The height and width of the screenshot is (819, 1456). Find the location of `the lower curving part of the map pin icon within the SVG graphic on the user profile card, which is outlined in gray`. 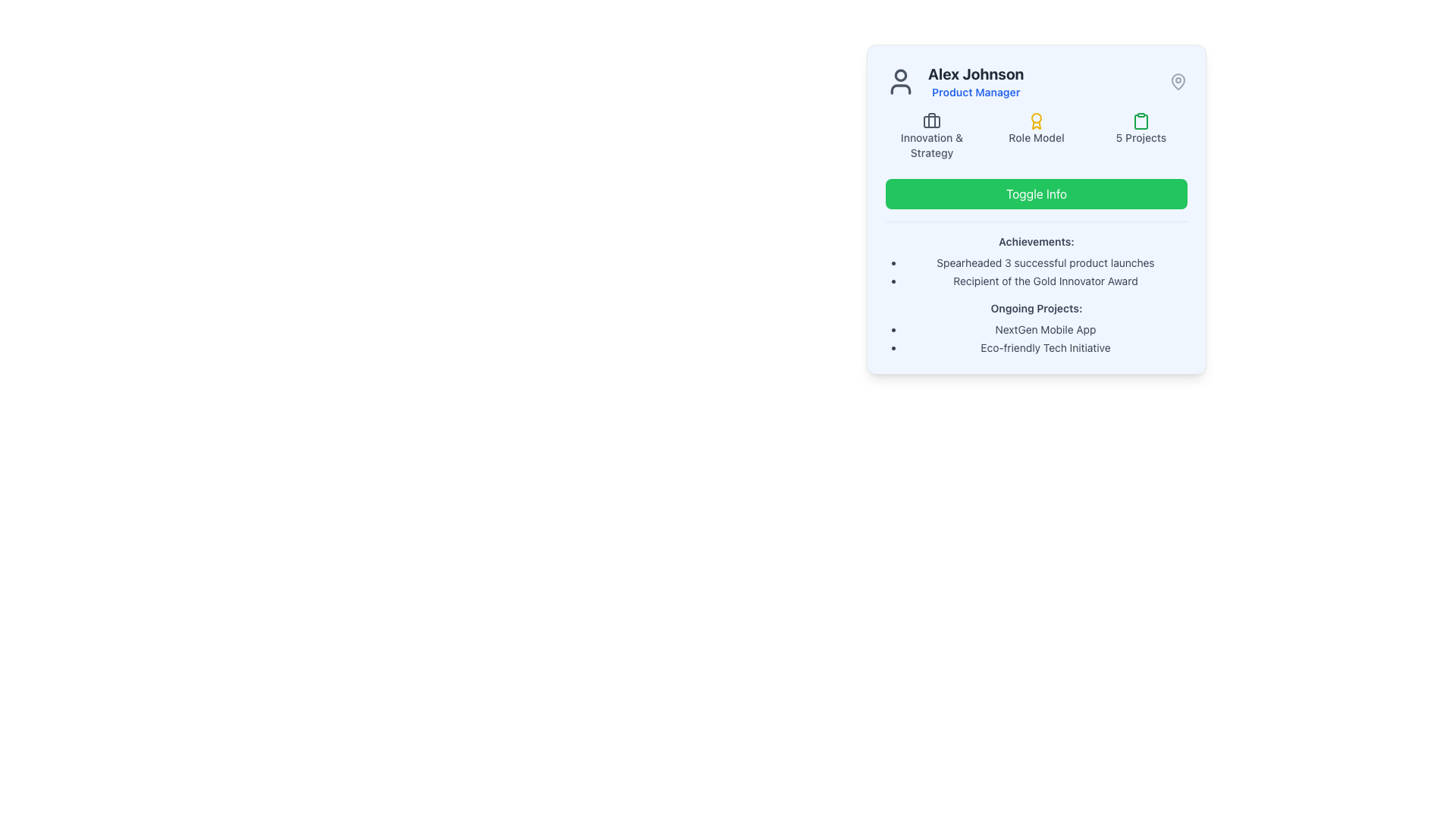

the lower curving part of the map pin icon within the SVG graphic on the user profile card, which is outlined in gray is located at coordinates (1178, 81).